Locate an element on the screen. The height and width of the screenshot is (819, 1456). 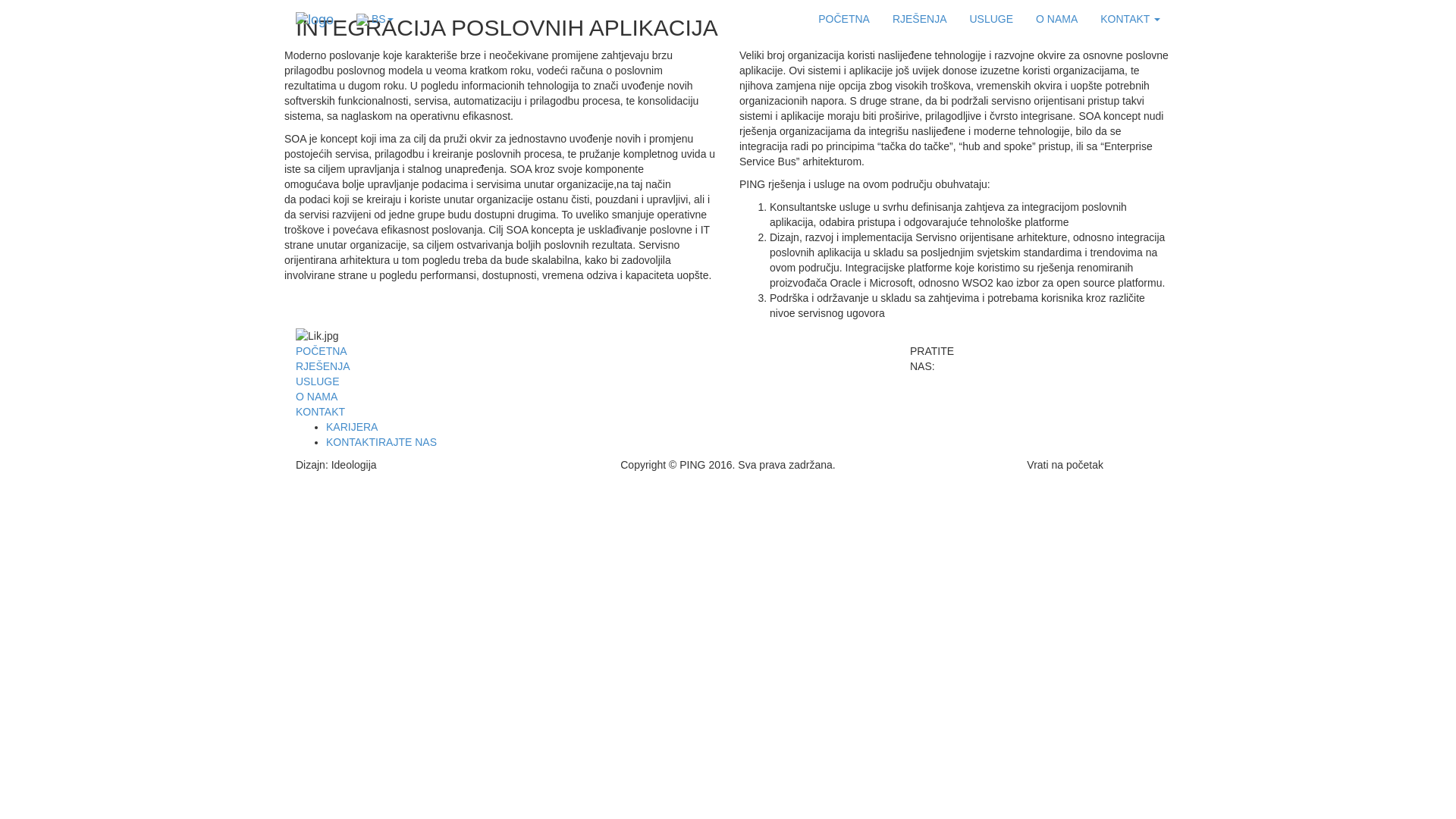
'USLUGE' is located at coordinates (990, 18).